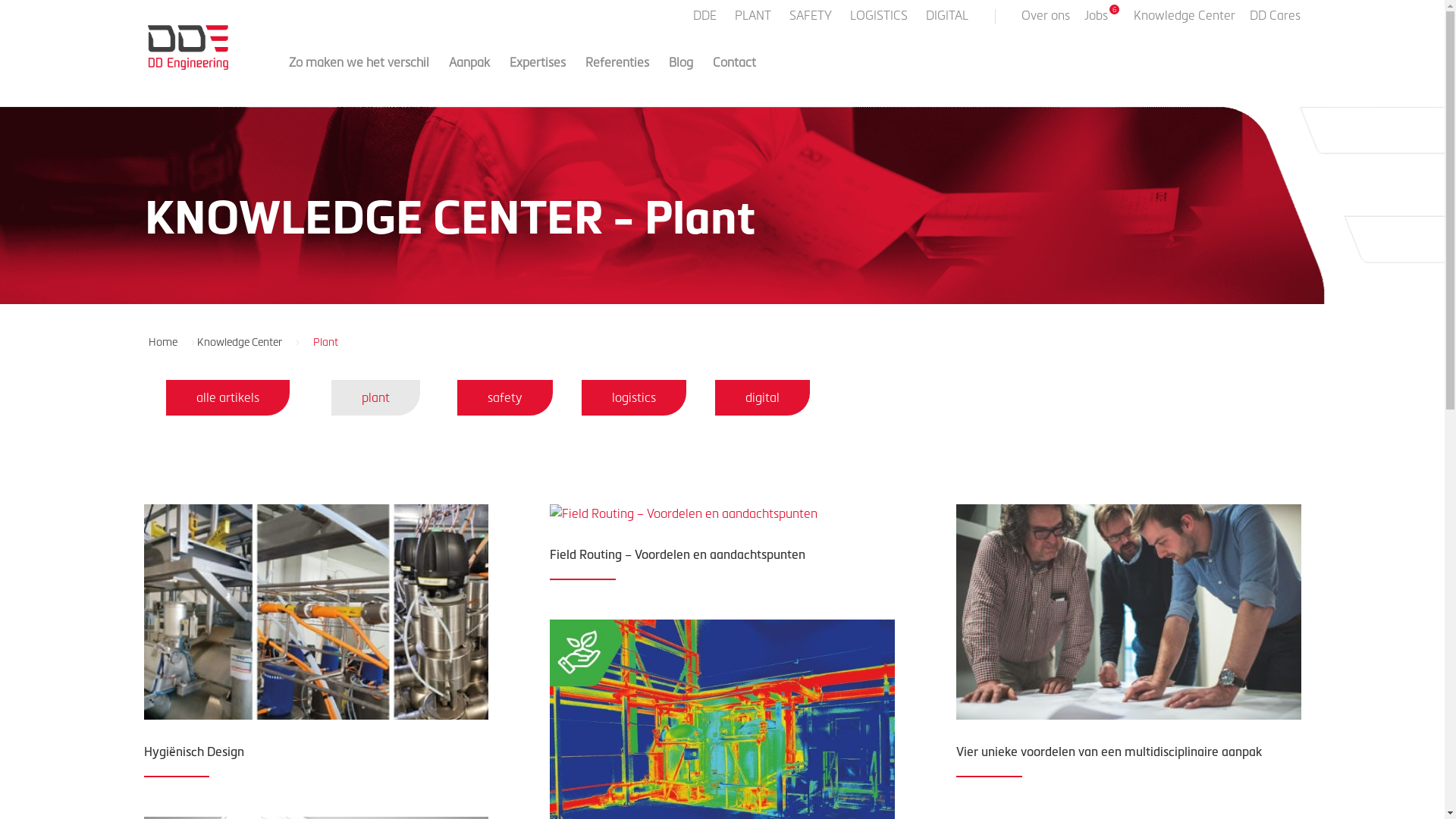 Image resolution: width=1456 pixels, height=819 pixels. Describe the element at coordinates (1274, 20) in the screenshot. I see `'DD Cares'` at that location.